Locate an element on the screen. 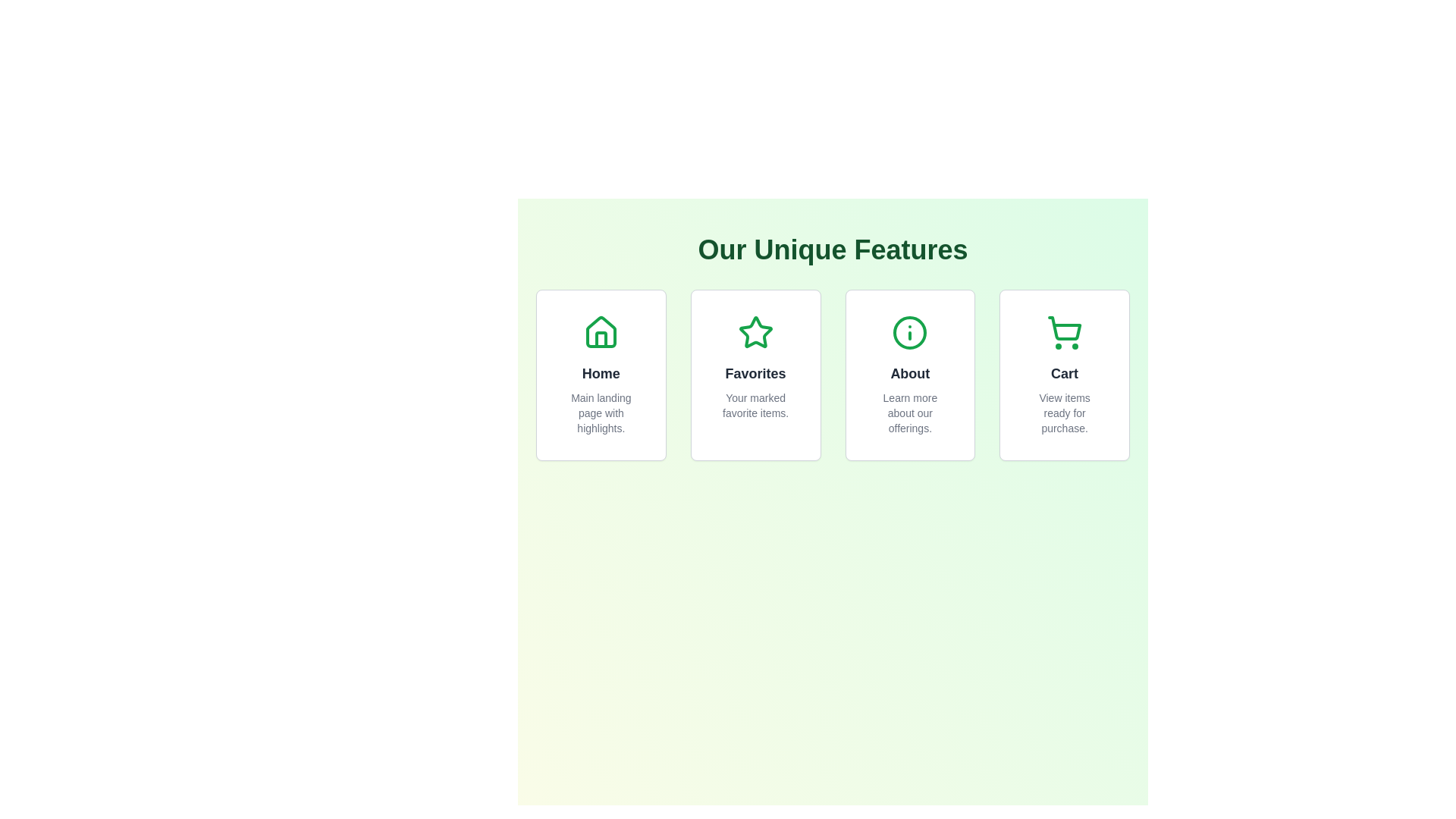 Image resolution: width=1456 pixels, height=819 pixels. the static text label that serves as a heading for the 'Favorites' section, located centrally within the card layout is located at coordinates (755, 374).